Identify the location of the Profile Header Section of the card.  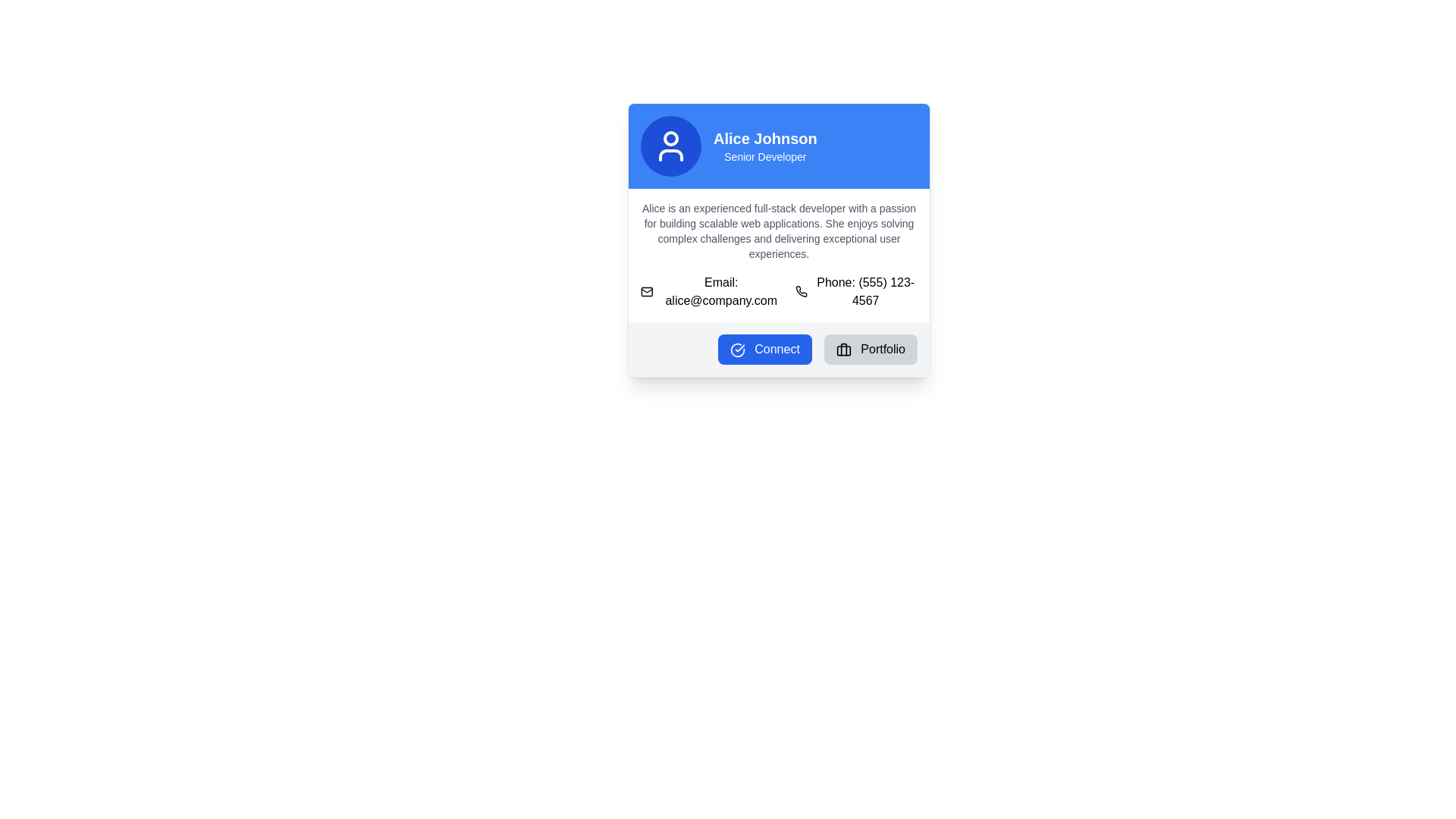
(779, 146).